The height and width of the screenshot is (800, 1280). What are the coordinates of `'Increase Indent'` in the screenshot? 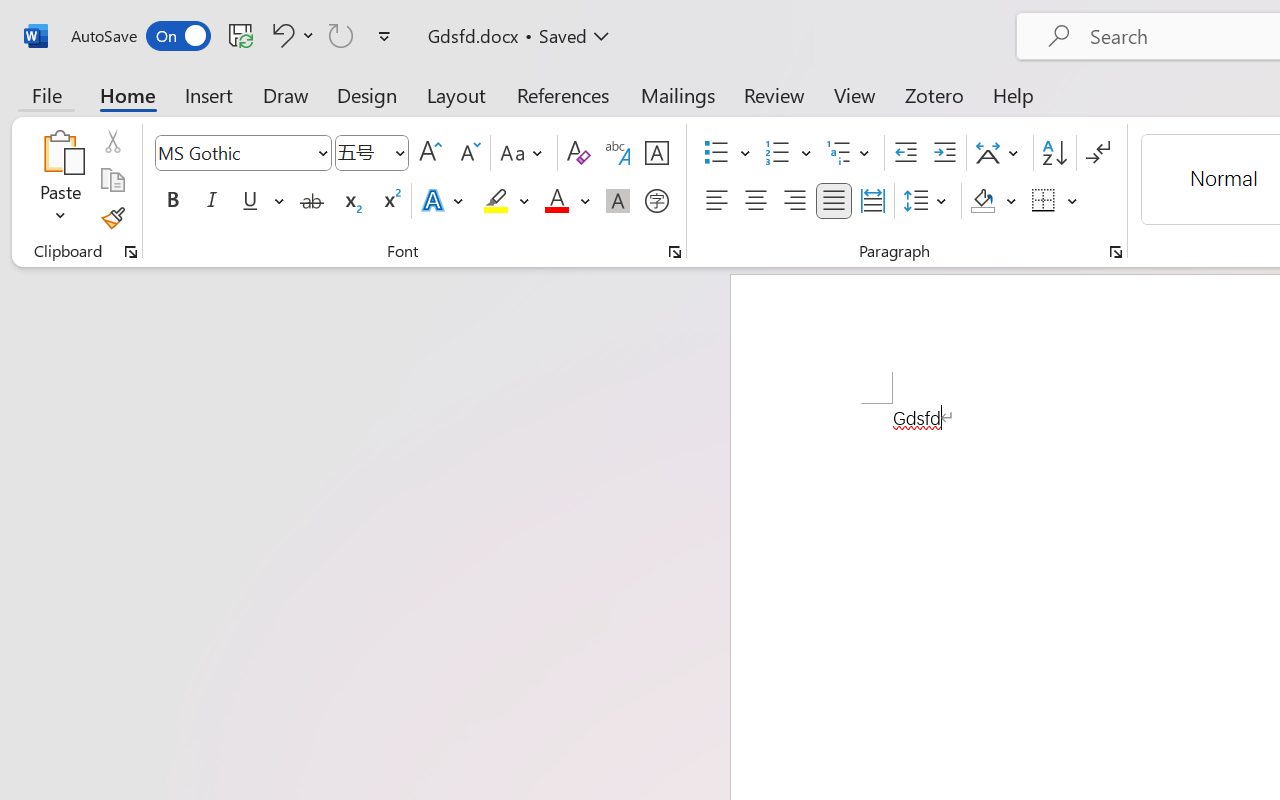 It's located at (943, 153).